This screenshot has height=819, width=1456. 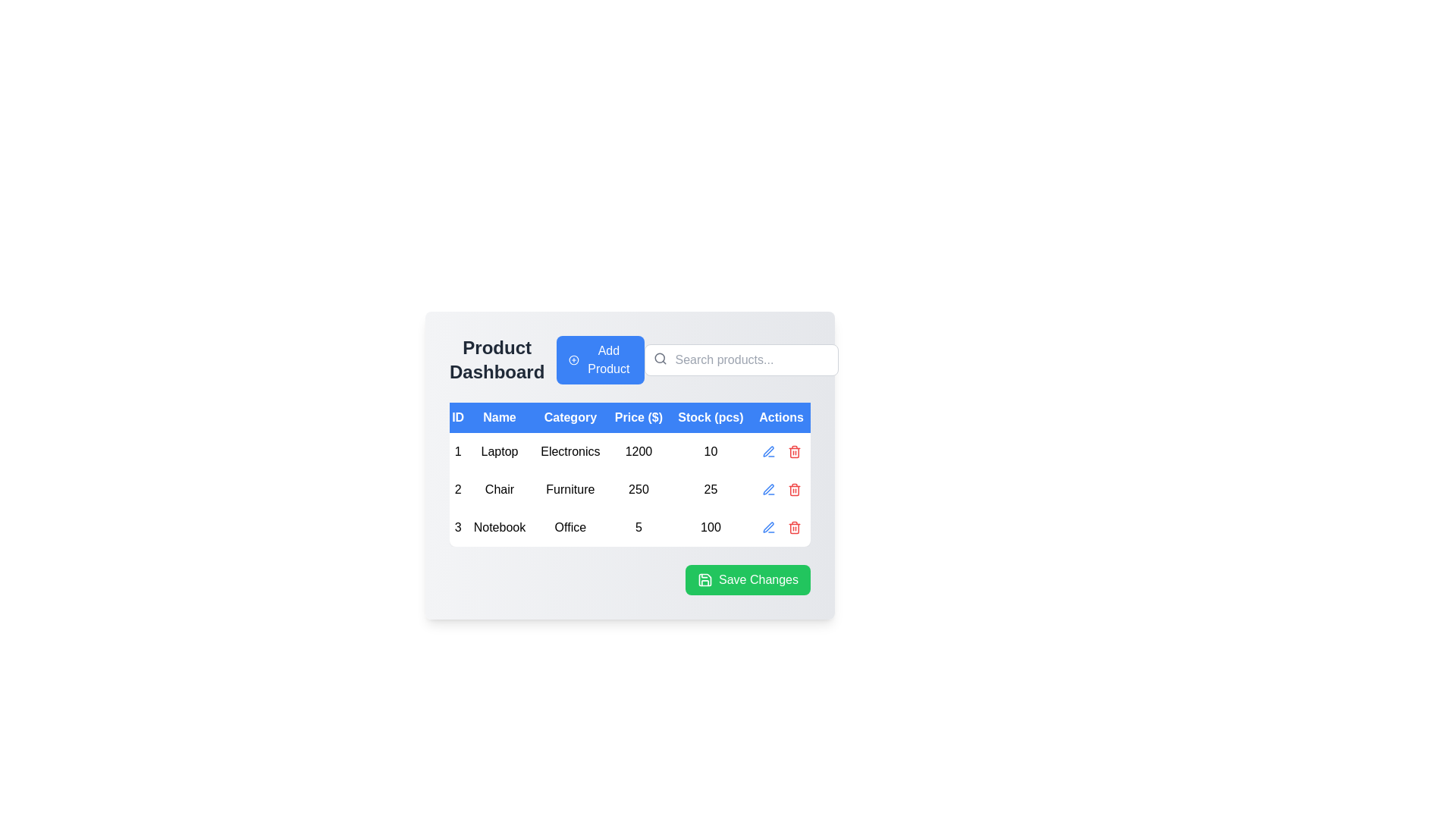 I want to click on the content of the Text Label displaying the price for the product 'Laptop' in the fourth column of the product dashboard table, so click(x=639, y=451).